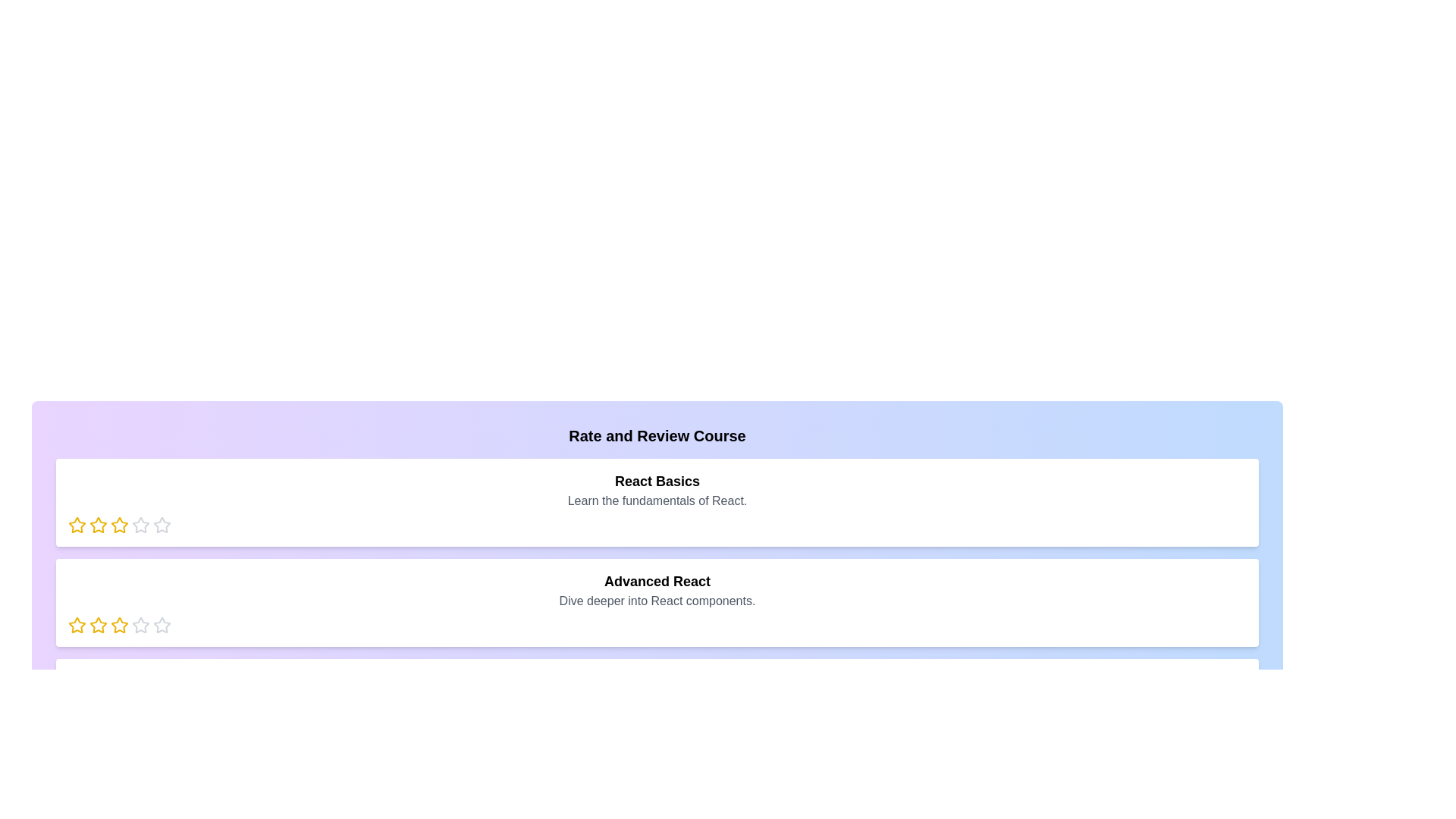  I want to click on the third yellow star-shaped rating icon in the top review section, so click(97, 525).